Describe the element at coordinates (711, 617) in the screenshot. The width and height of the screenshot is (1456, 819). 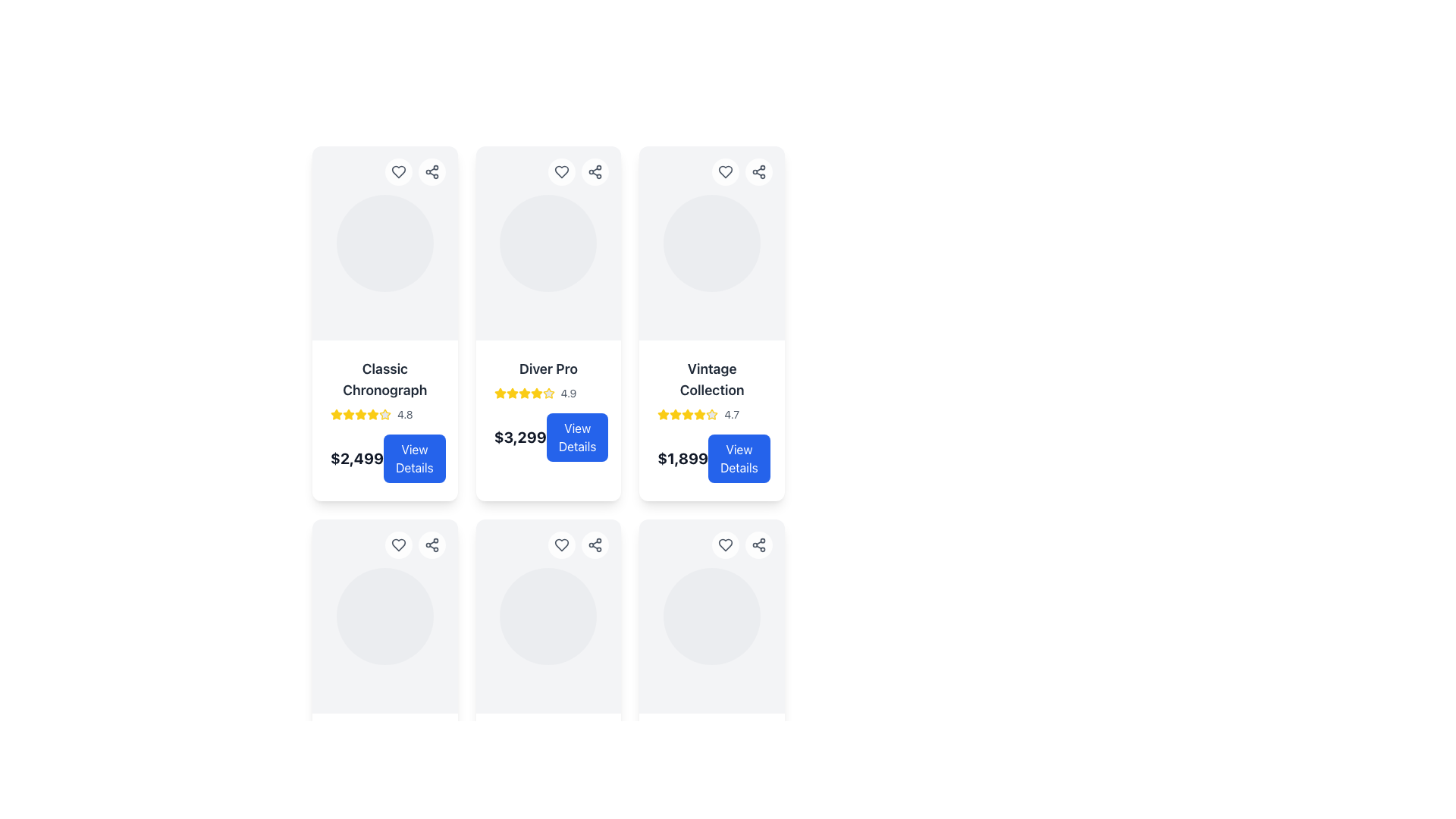
I see `the circular gray disc placeholder located at the center of the bottom-right card in a grid of cards` at that location.